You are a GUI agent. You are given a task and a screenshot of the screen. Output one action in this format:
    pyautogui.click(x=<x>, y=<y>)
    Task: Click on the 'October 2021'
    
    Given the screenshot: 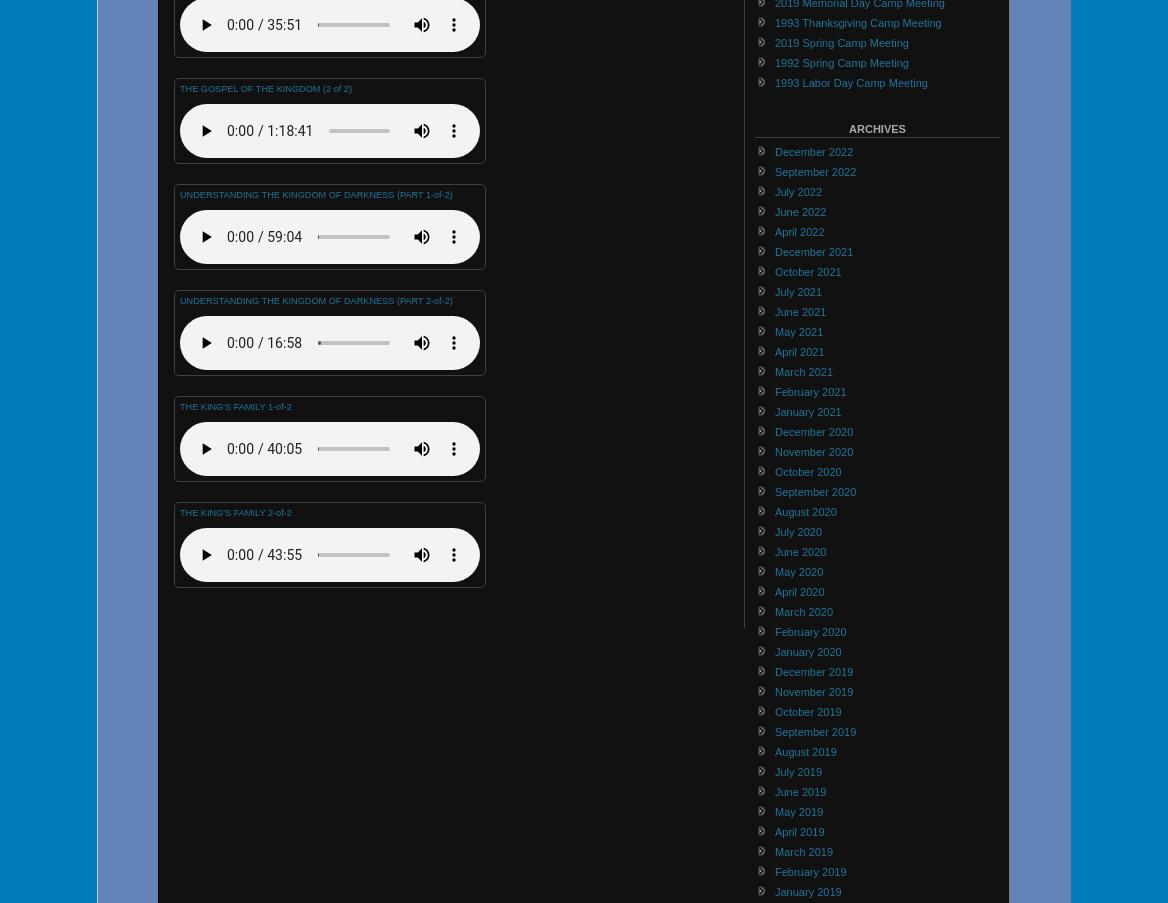 What is the action you would take?
    pyautogui.click(x=807, y=269)
    